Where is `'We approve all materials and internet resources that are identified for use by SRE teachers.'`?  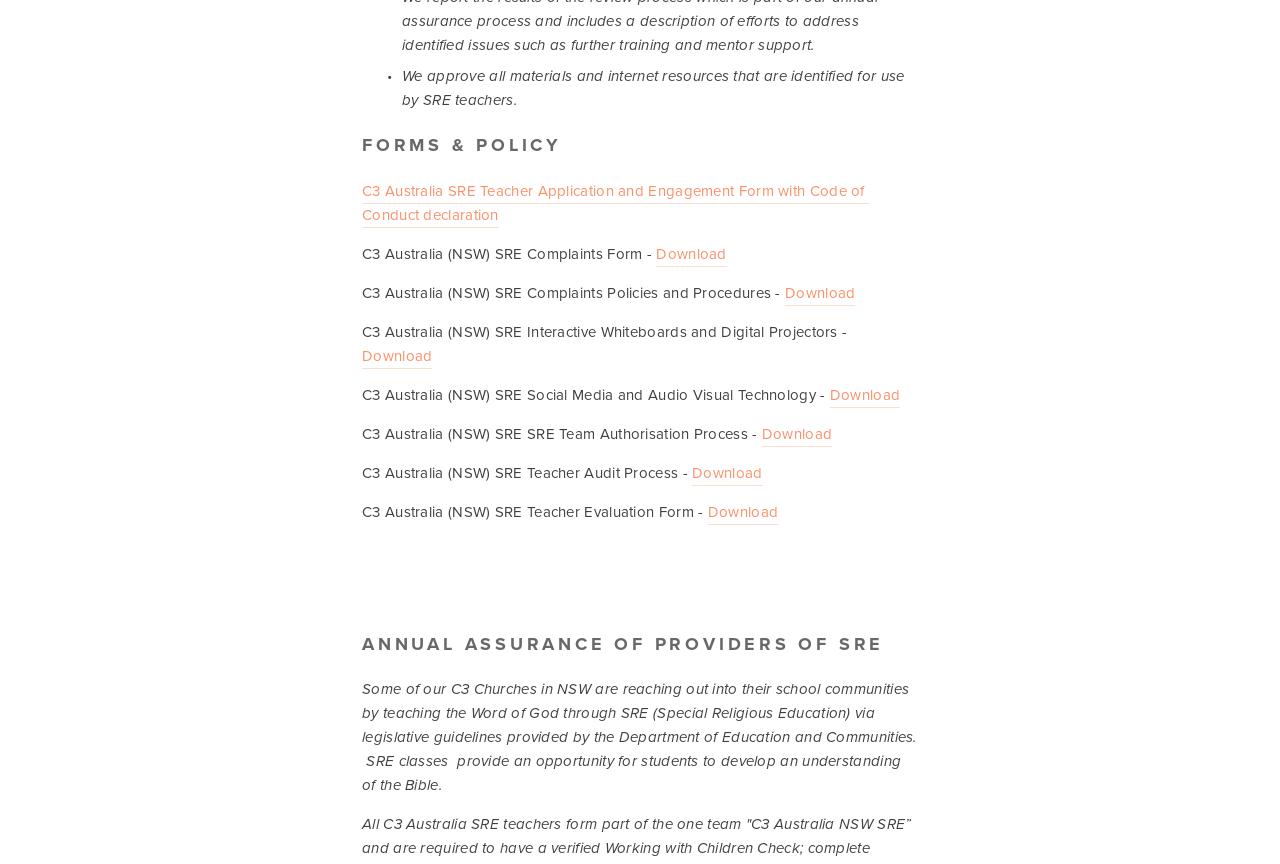
'We approve all materials and internet resources that are identified for use by SRE teachers.' is located at coordinates (654, 88).